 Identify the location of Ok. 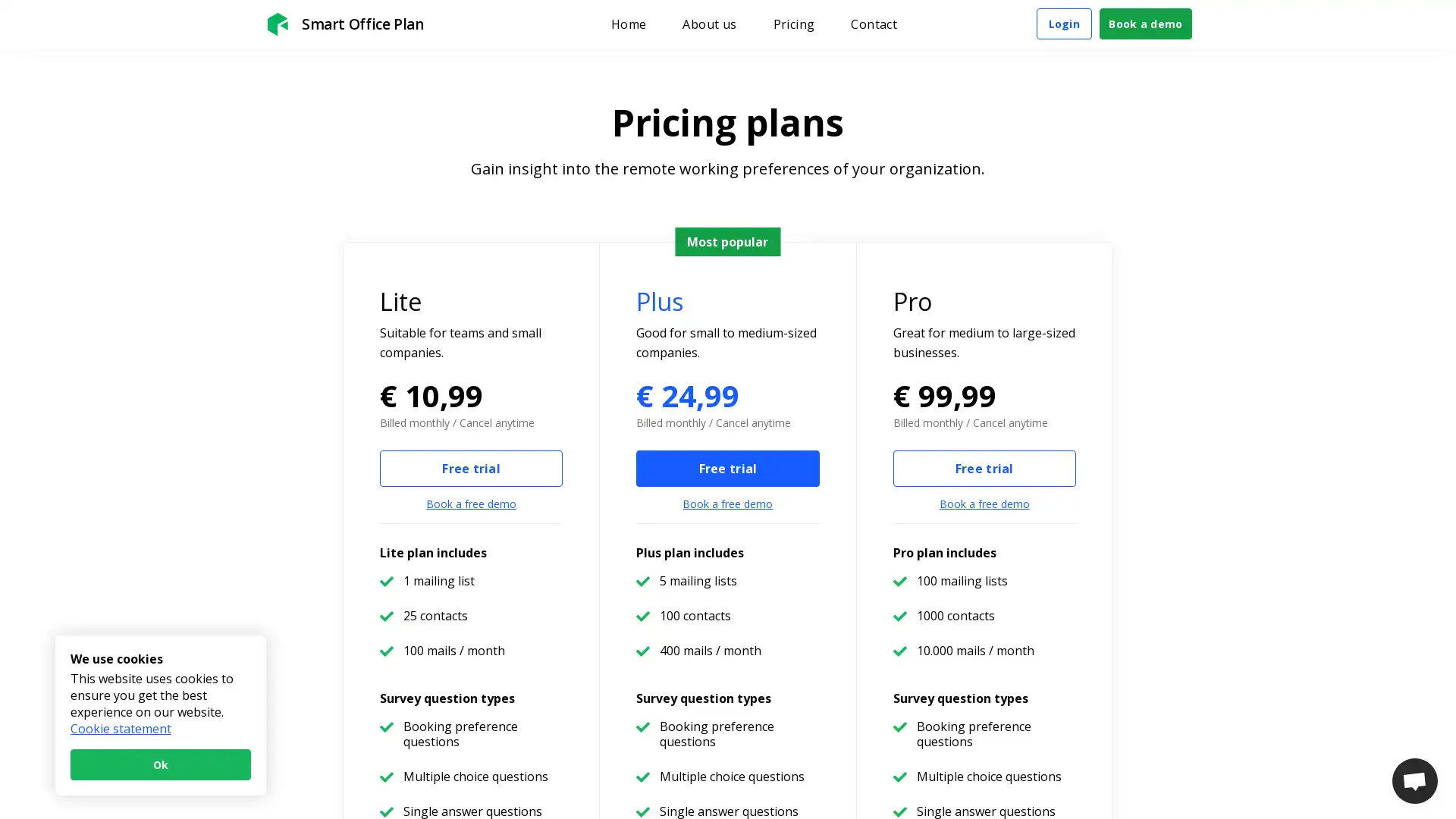
(160, 764).